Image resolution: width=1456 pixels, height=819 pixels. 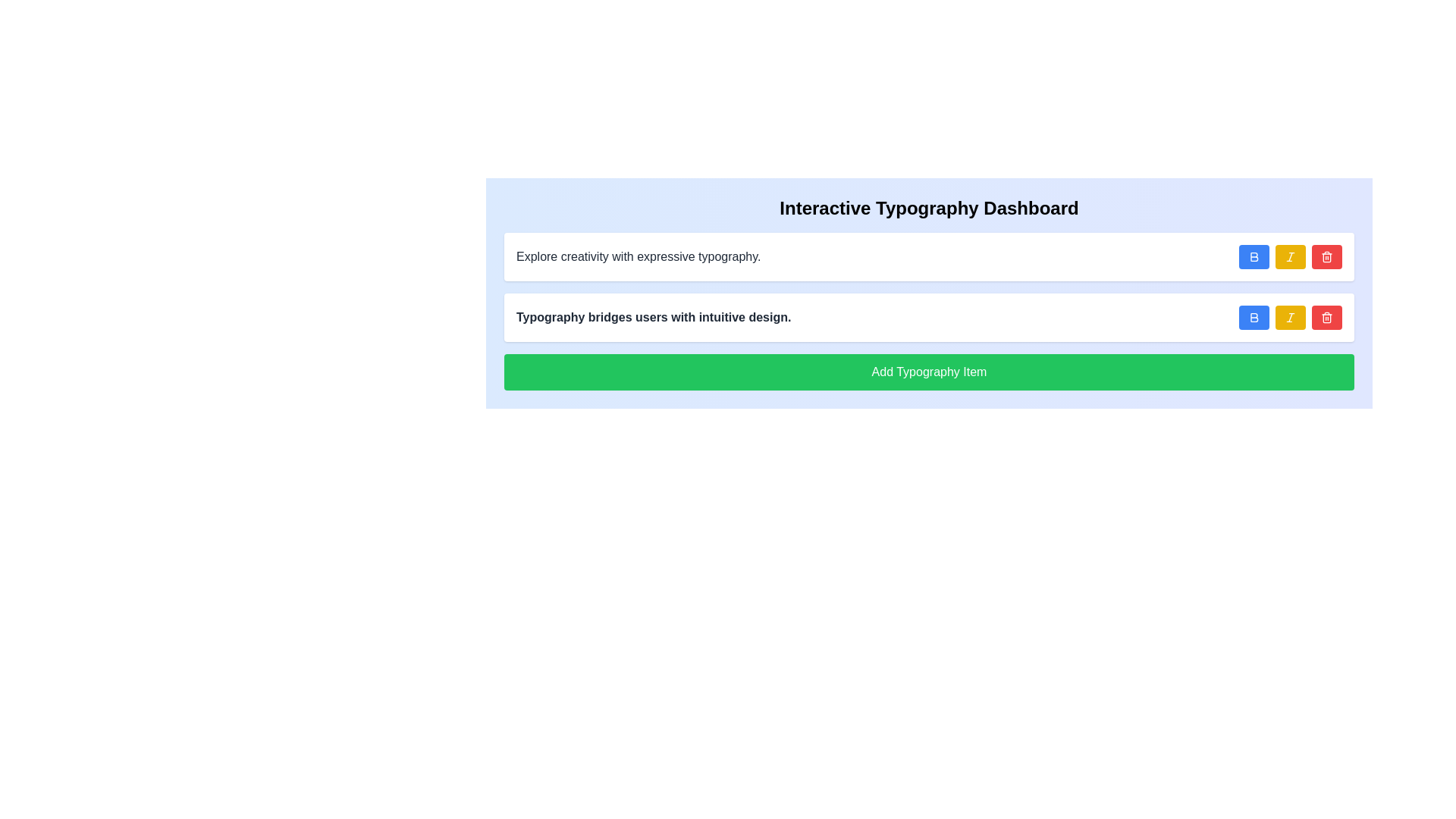 I want to click on the button located below the text 'Typography bridges users with intuitive design.', so click(x=928, y=372).